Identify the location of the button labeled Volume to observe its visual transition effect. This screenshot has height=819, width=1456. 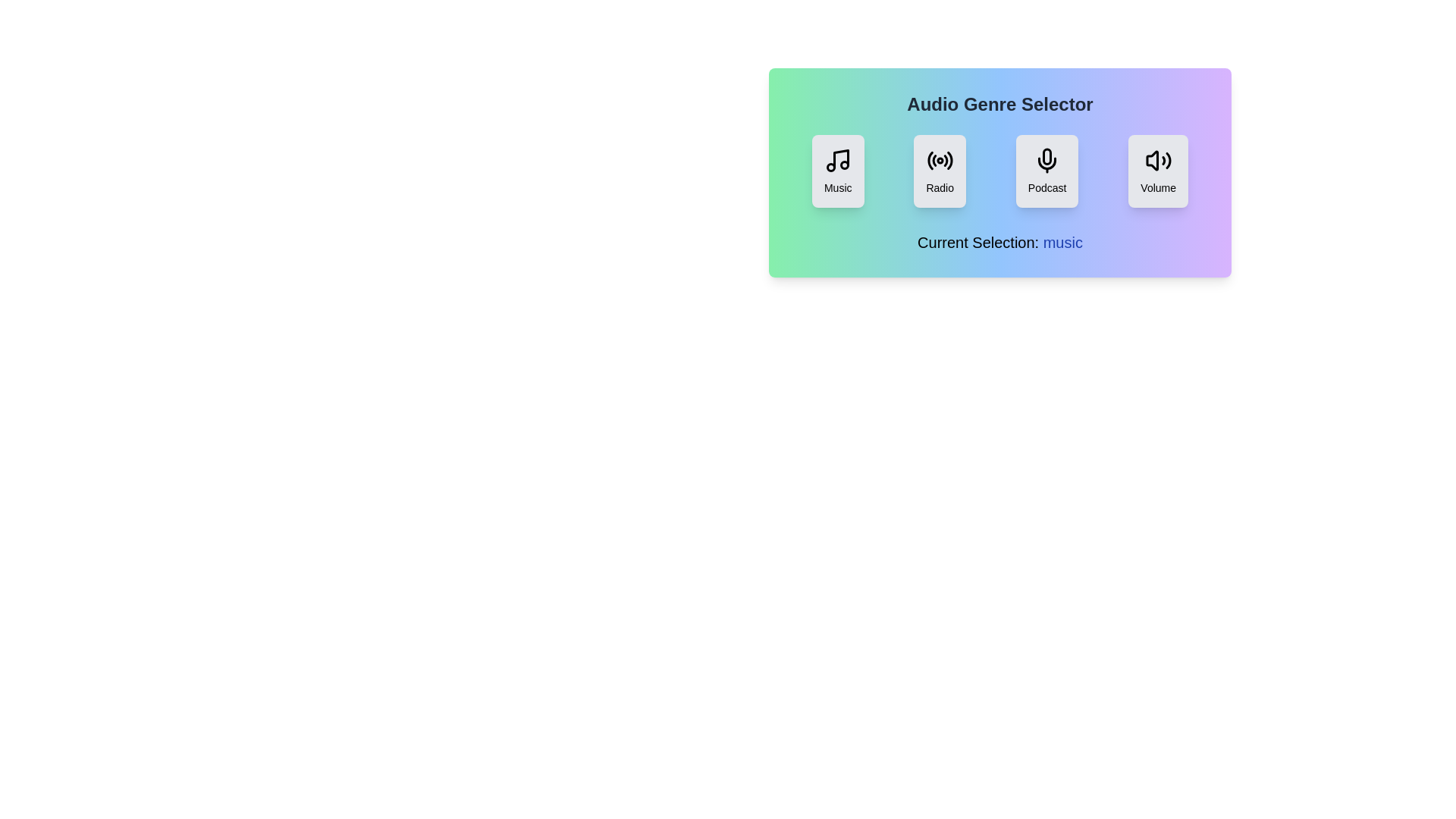
(1157, 171).